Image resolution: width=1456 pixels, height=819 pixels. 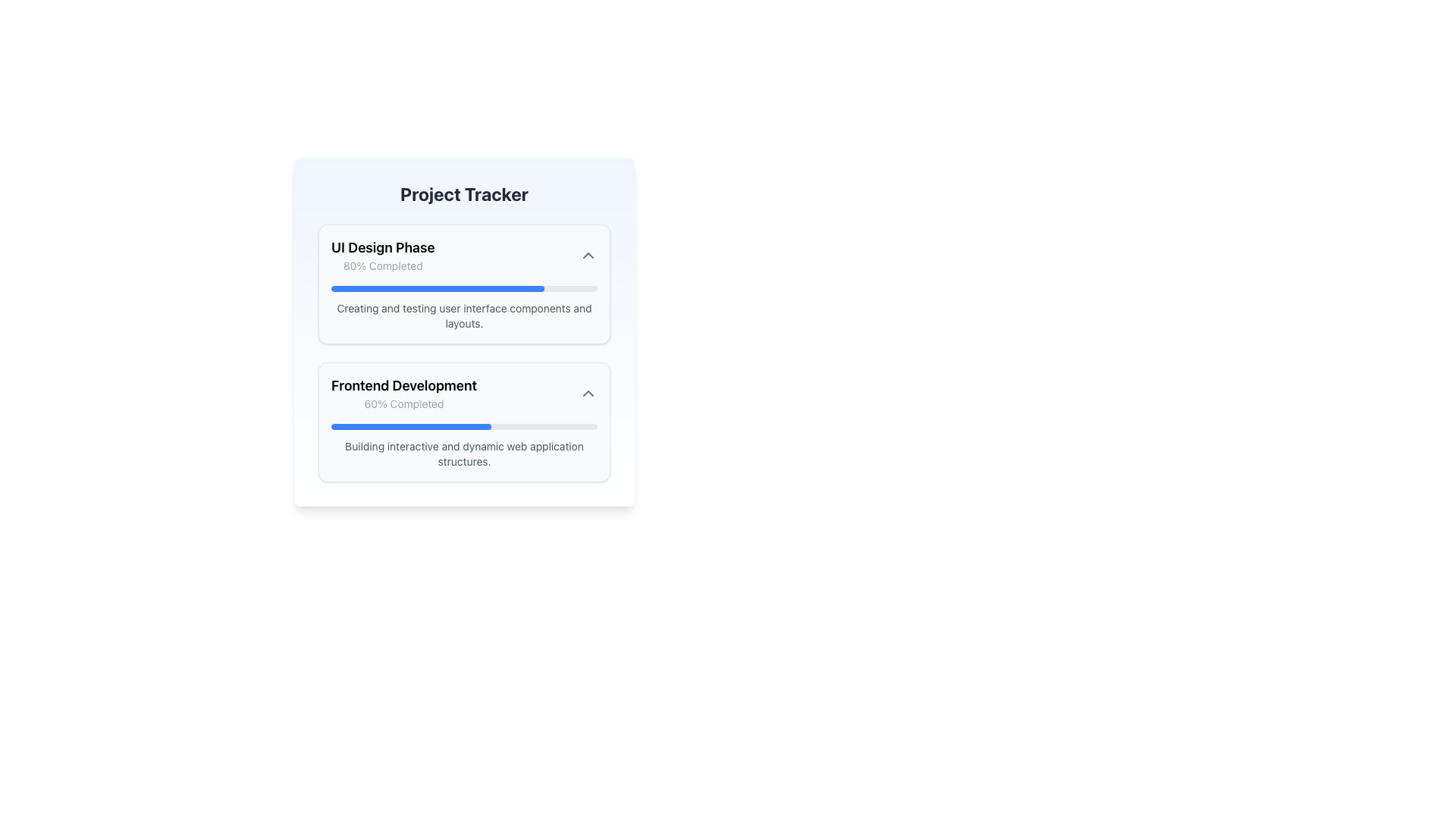 What do you see at coordinates (383, 254) in the screenshot?
I see `progress indicator text display located in the upper card of the project tracker interface, positioned near the left side above the progress bar` at bounding box center [383, 254].